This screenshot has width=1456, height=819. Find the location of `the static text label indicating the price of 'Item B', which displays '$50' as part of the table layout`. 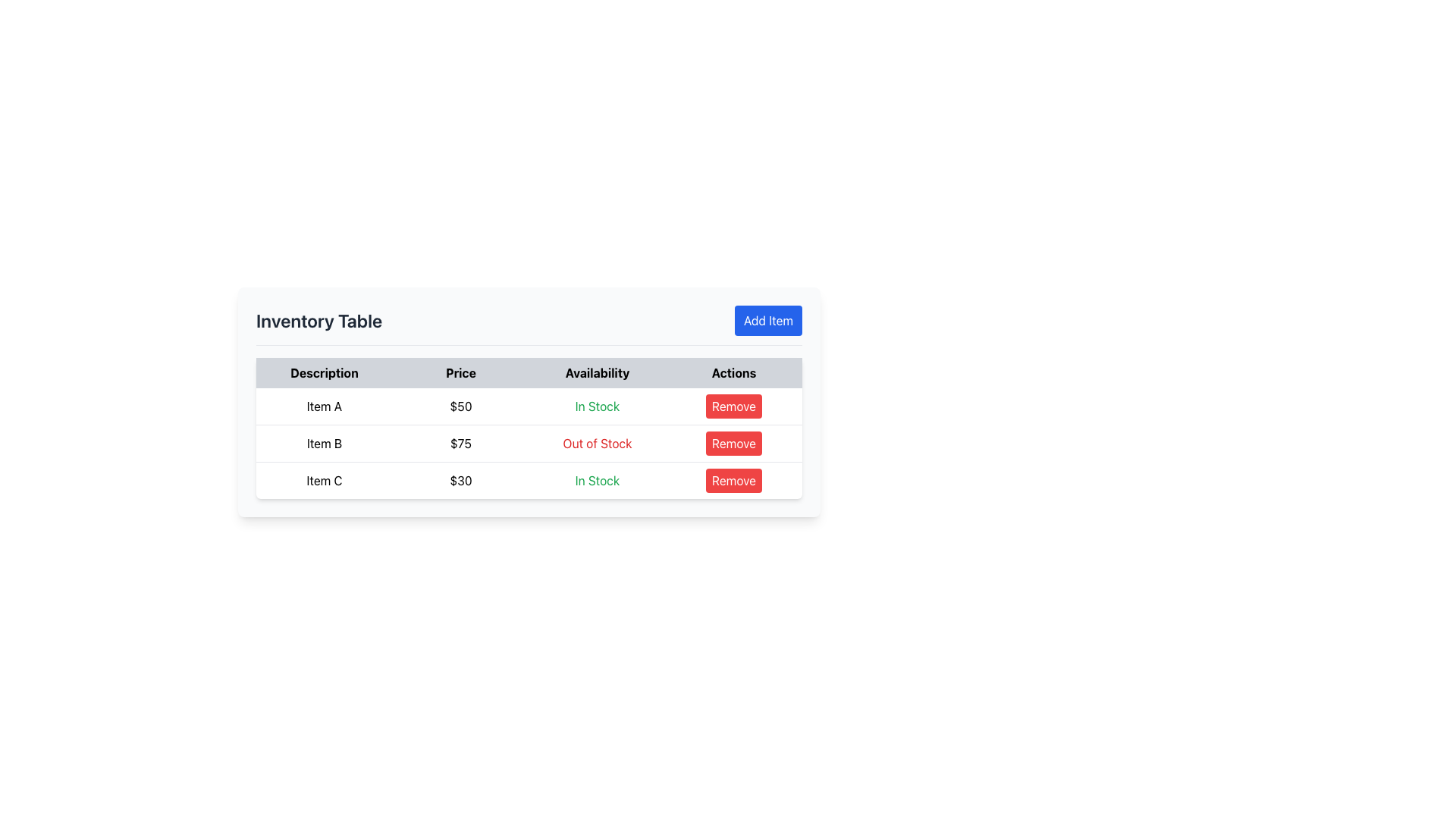

the static text label indicating the price of 'Item B', which displays '$50' as part of the table layout is located at coordinates (460, 444).